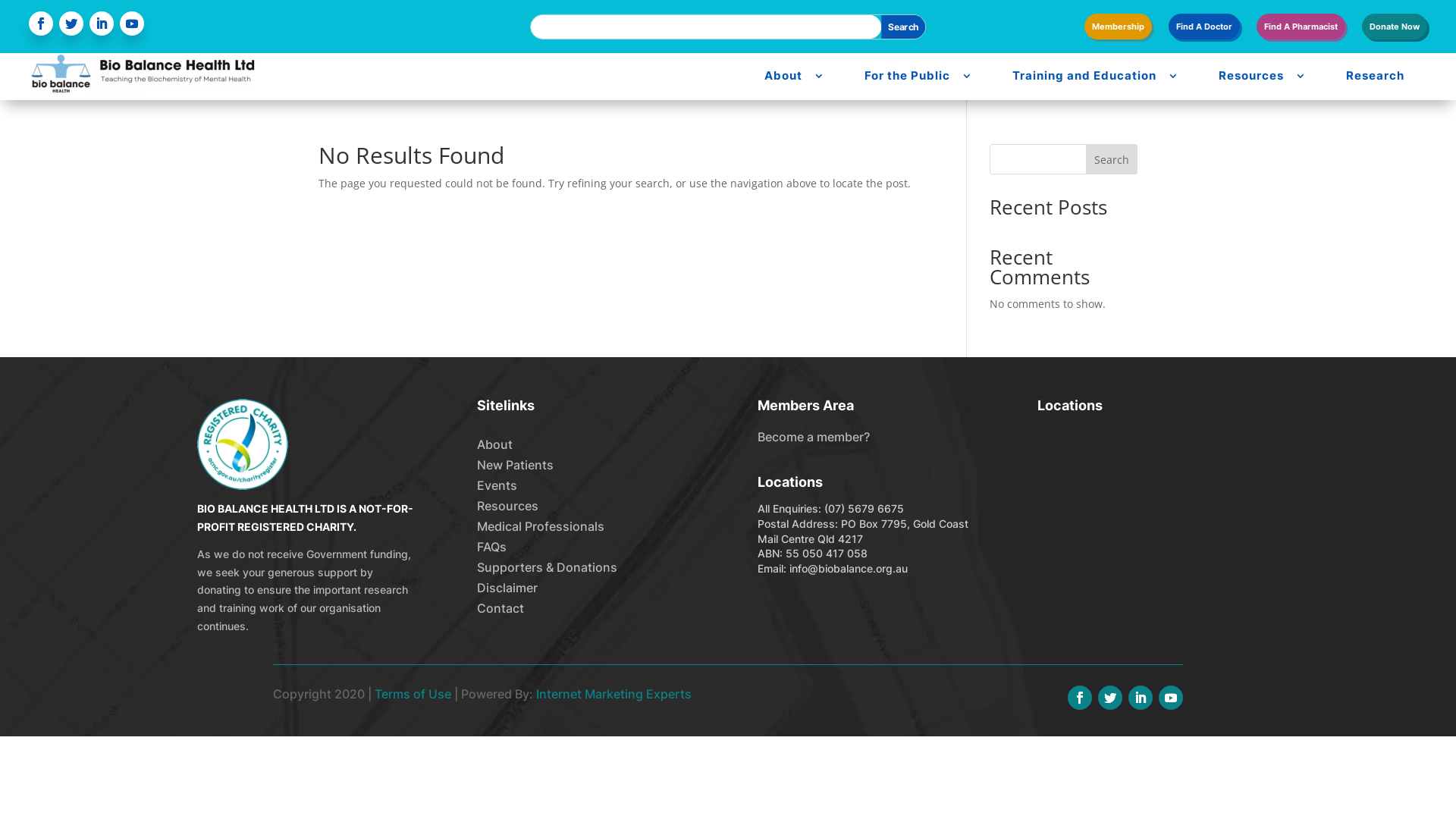  I want to click on 'Resources', so click(507, 506).